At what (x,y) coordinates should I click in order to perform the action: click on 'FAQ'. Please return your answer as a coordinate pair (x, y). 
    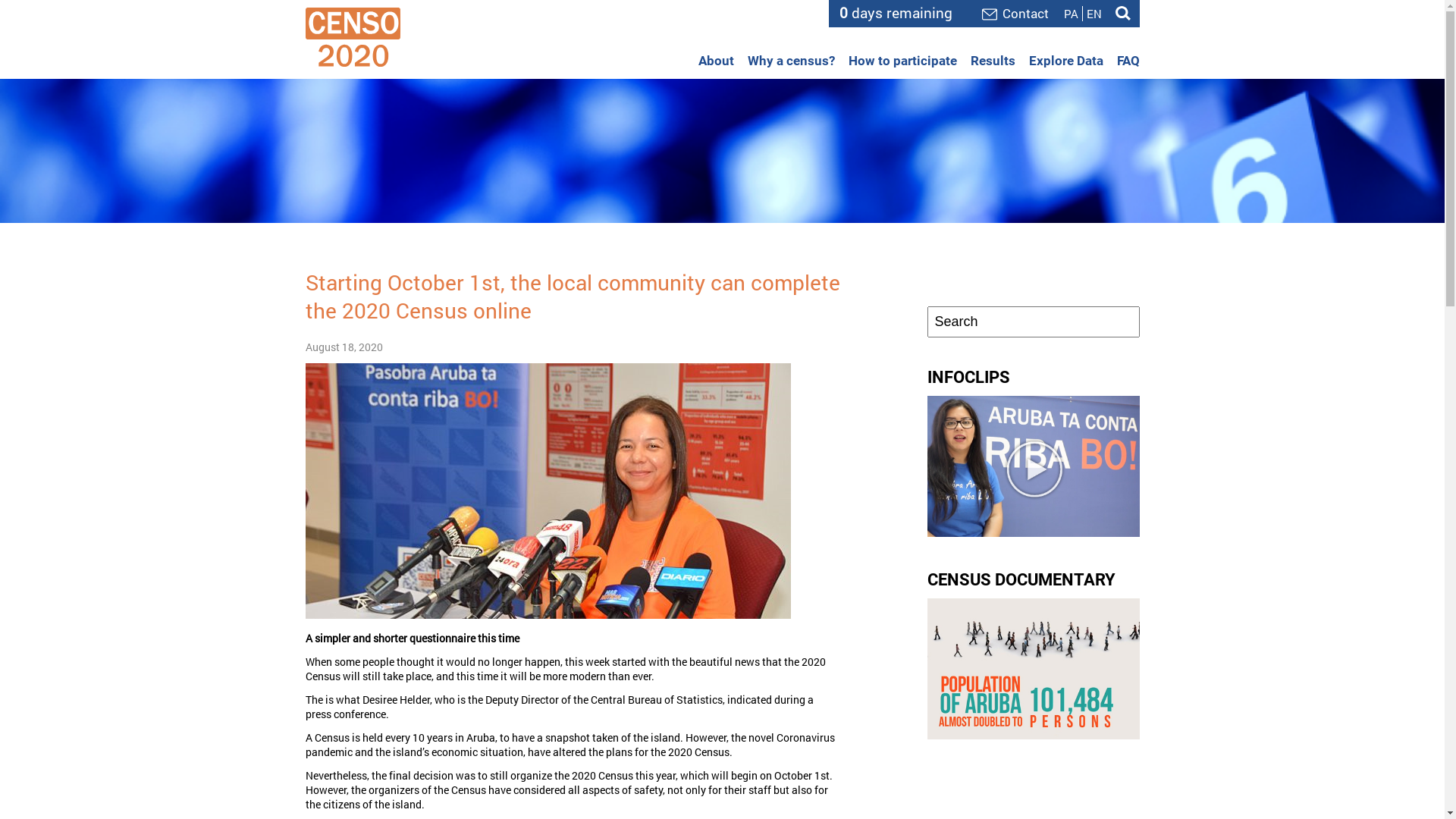
    Looking at the image, I should click on (1128, 60).